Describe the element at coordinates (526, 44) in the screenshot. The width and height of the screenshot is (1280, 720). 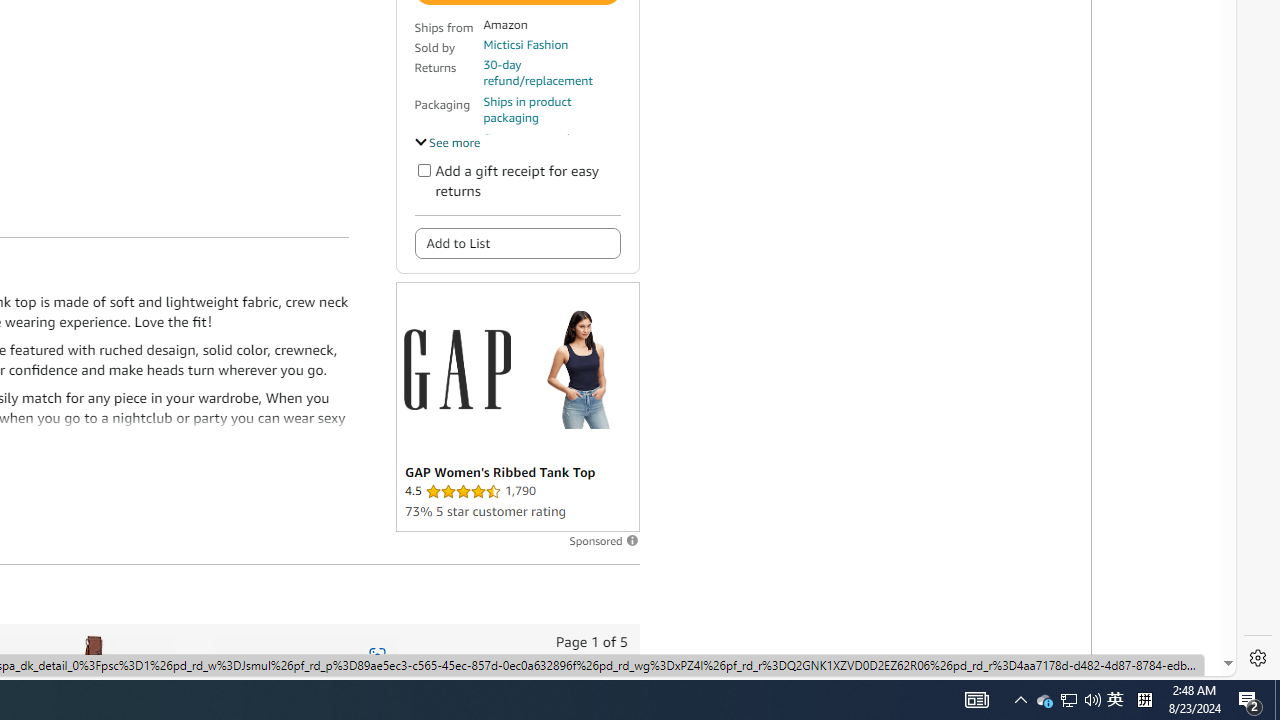
I see `'Micticsi Fashion'` at that location.